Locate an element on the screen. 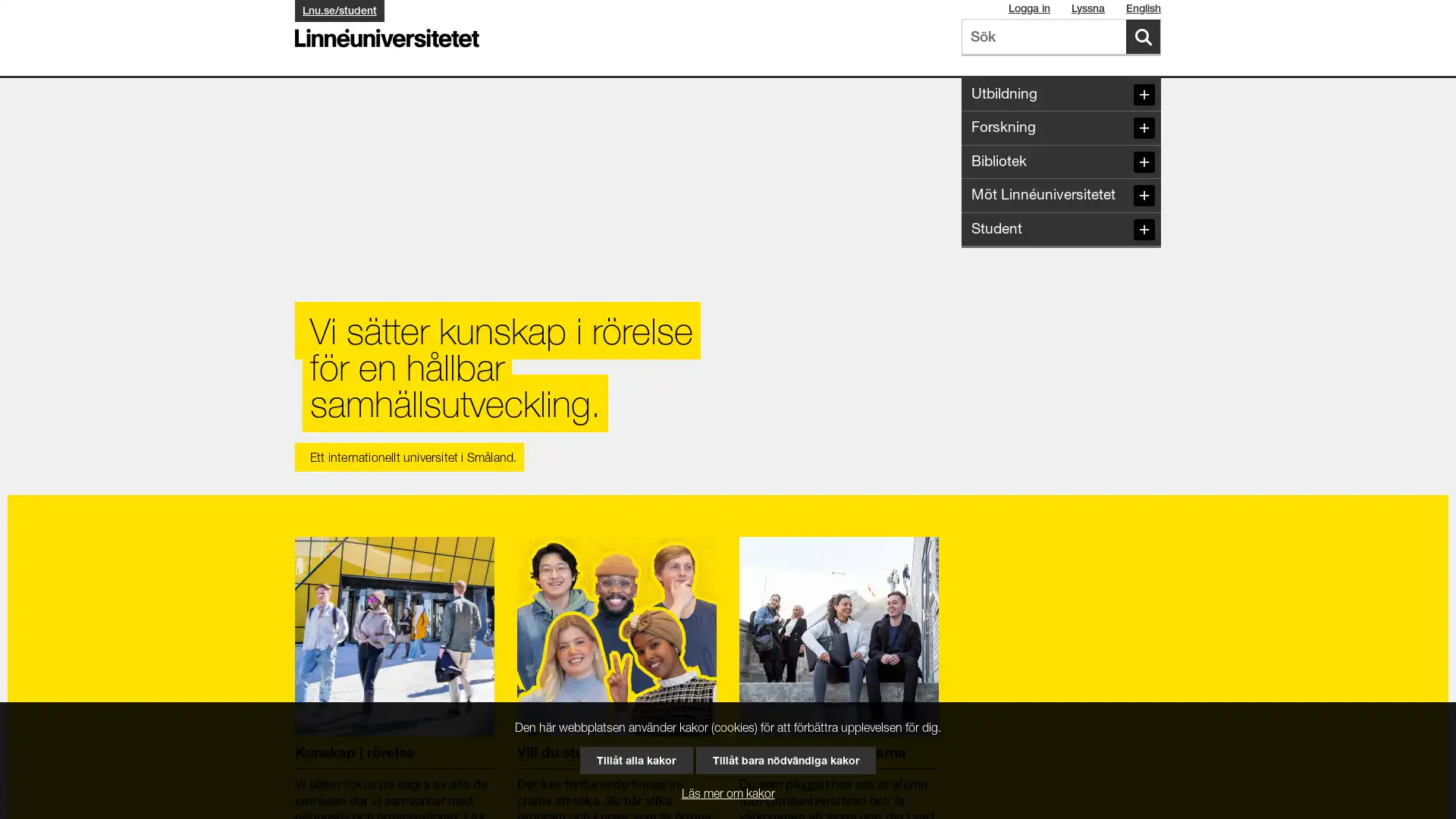 This screenshot has height=819, width=1456. Tillat bara nodvandiga kakor is located at coordinates (786, 760).